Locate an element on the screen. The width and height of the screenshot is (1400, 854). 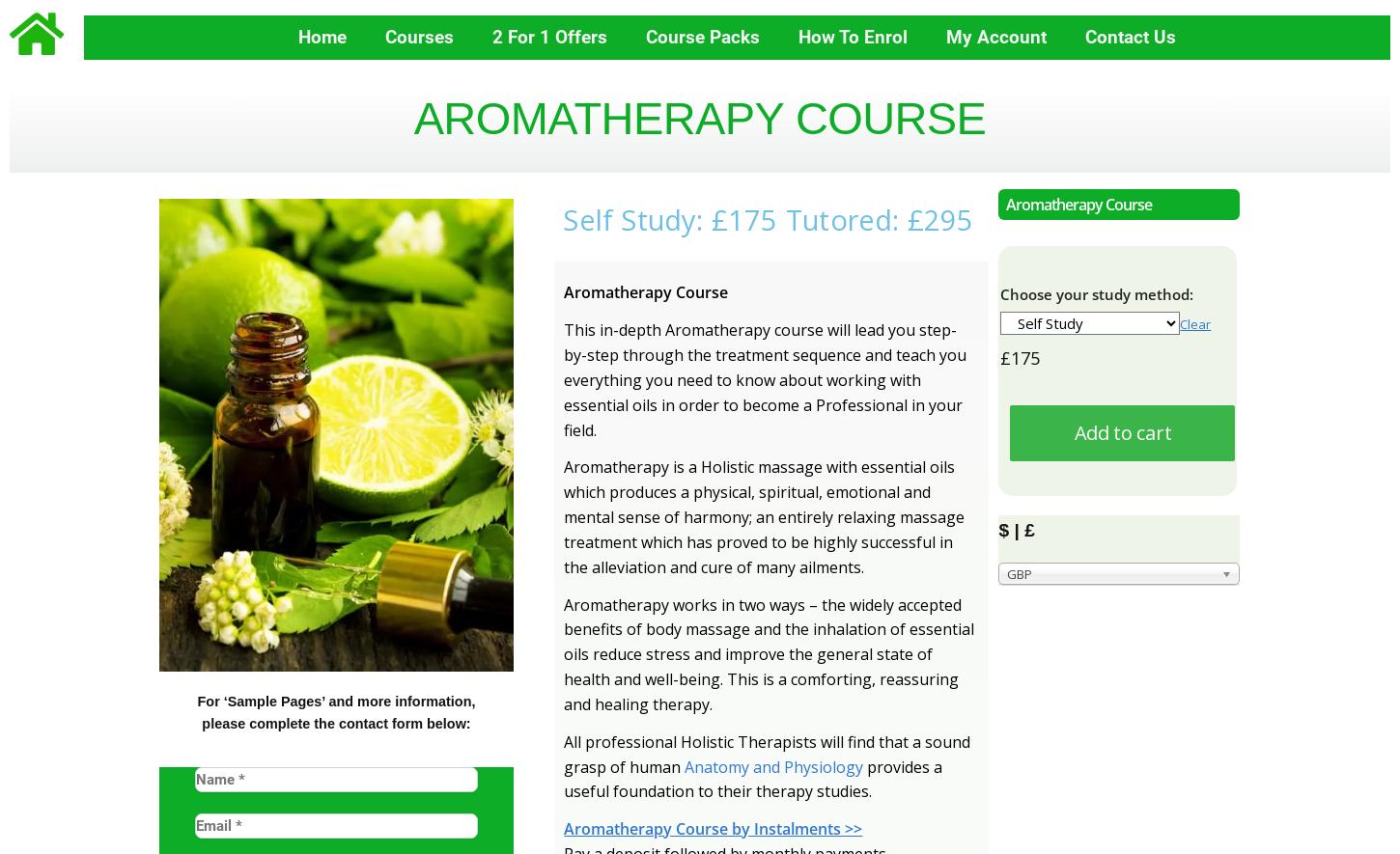
'Aromatherapy Course by Instalments >>' is located at coordinates (713, 827).